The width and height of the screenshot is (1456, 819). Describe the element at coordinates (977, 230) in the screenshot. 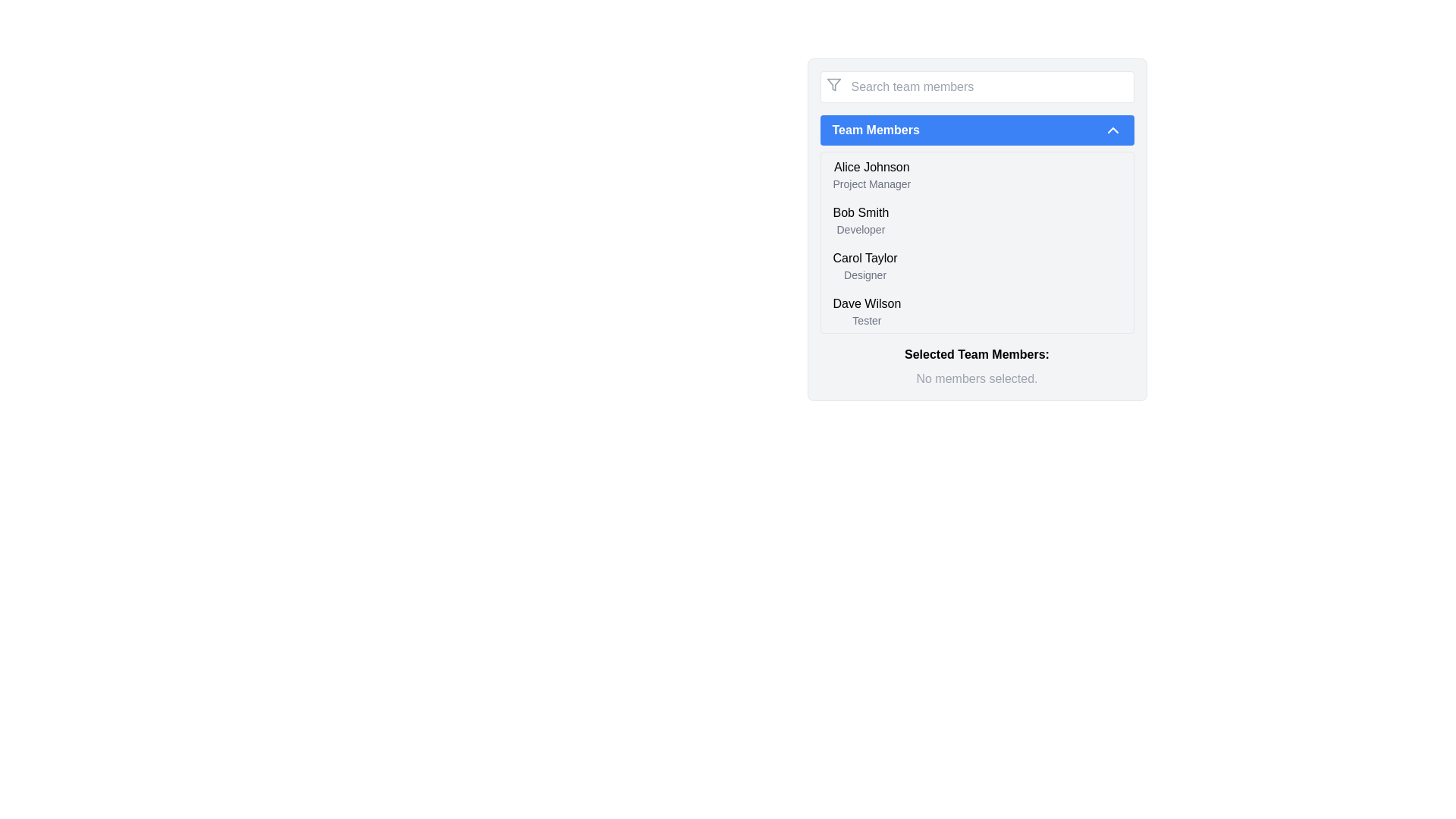

I see `the text label displaying 'Bob Smith, Developer' which is the second item in the team members list by clicking on its center point` at that location.